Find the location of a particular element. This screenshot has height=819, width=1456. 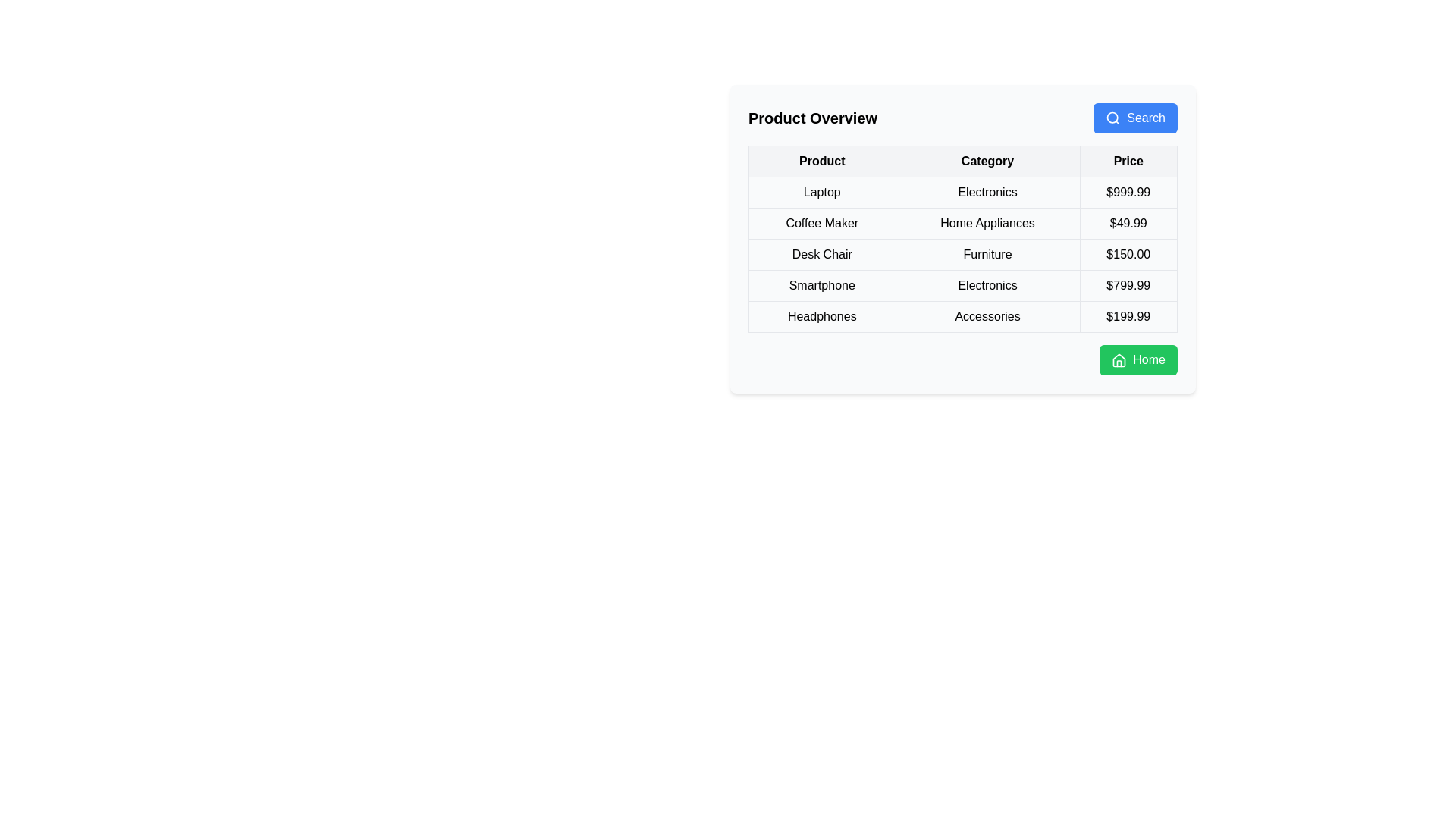

on the third row of the table displaying 'Desk Chair' in the 'Product' column is located at coordinates (962, 253).